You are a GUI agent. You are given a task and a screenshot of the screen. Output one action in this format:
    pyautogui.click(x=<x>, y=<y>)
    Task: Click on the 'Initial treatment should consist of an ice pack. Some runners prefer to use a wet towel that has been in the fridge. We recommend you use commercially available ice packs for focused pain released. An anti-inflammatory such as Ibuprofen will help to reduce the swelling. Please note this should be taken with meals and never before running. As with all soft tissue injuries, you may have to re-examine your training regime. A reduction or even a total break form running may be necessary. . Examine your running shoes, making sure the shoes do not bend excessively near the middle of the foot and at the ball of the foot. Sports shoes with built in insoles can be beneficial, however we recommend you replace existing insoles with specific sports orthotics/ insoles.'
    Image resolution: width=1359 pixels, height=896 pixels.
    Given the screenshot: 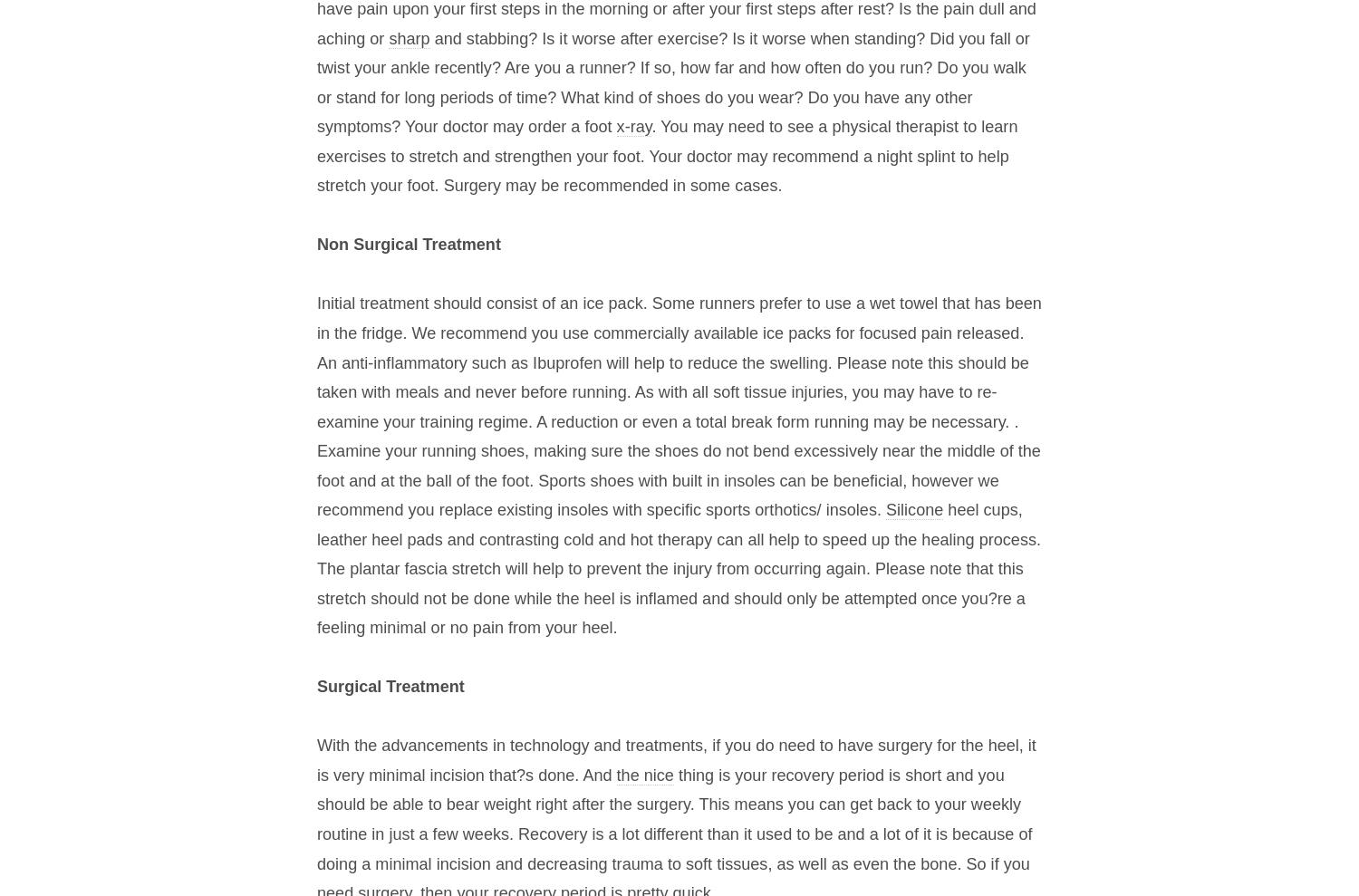 What is the action you would take?
    pyautogui.click(x=678, y=406)
    